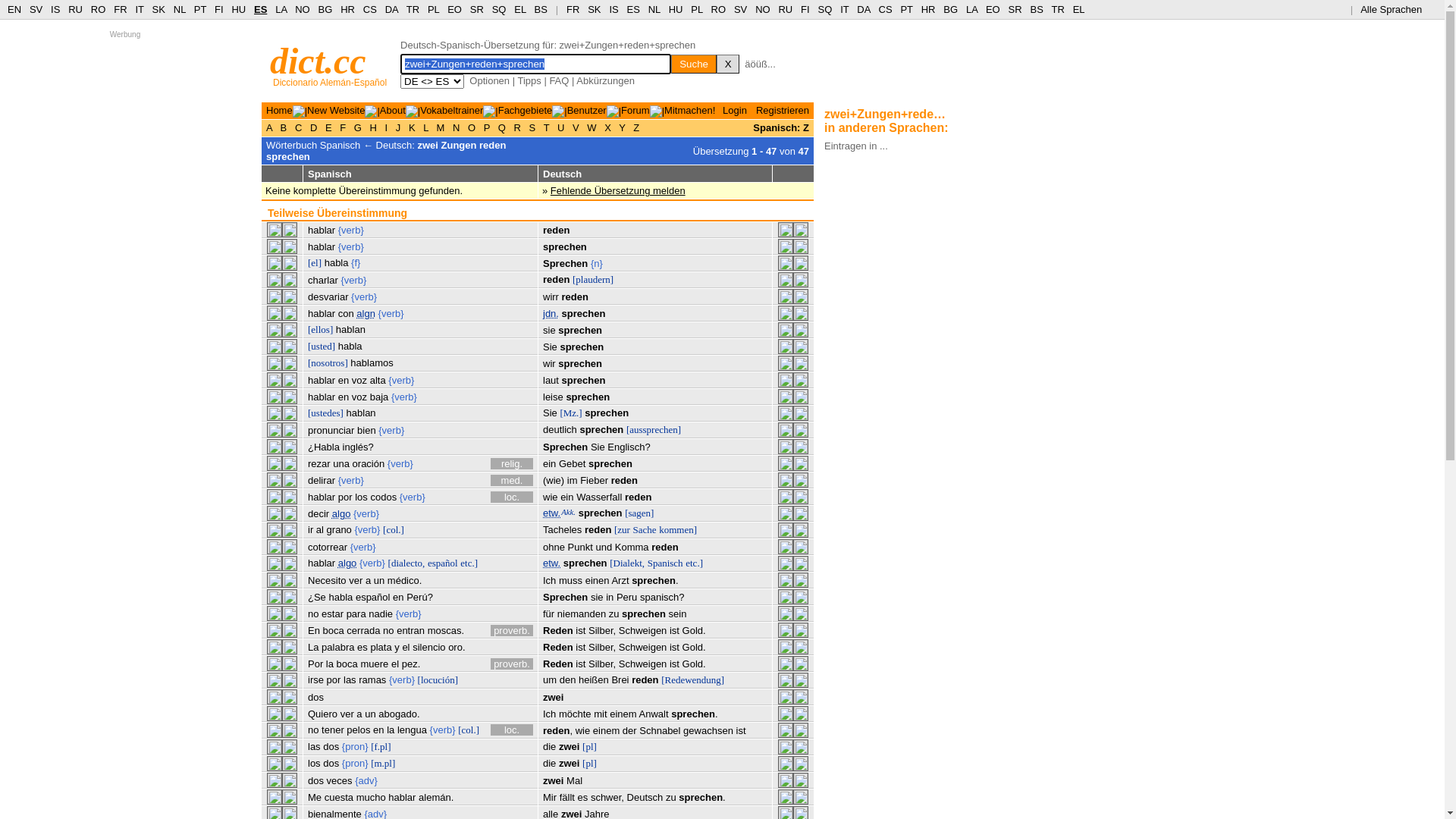 Image resolution: width=1456 pixels, height=819 pixels. I want to click on 'cuesta', so click(337, 796).